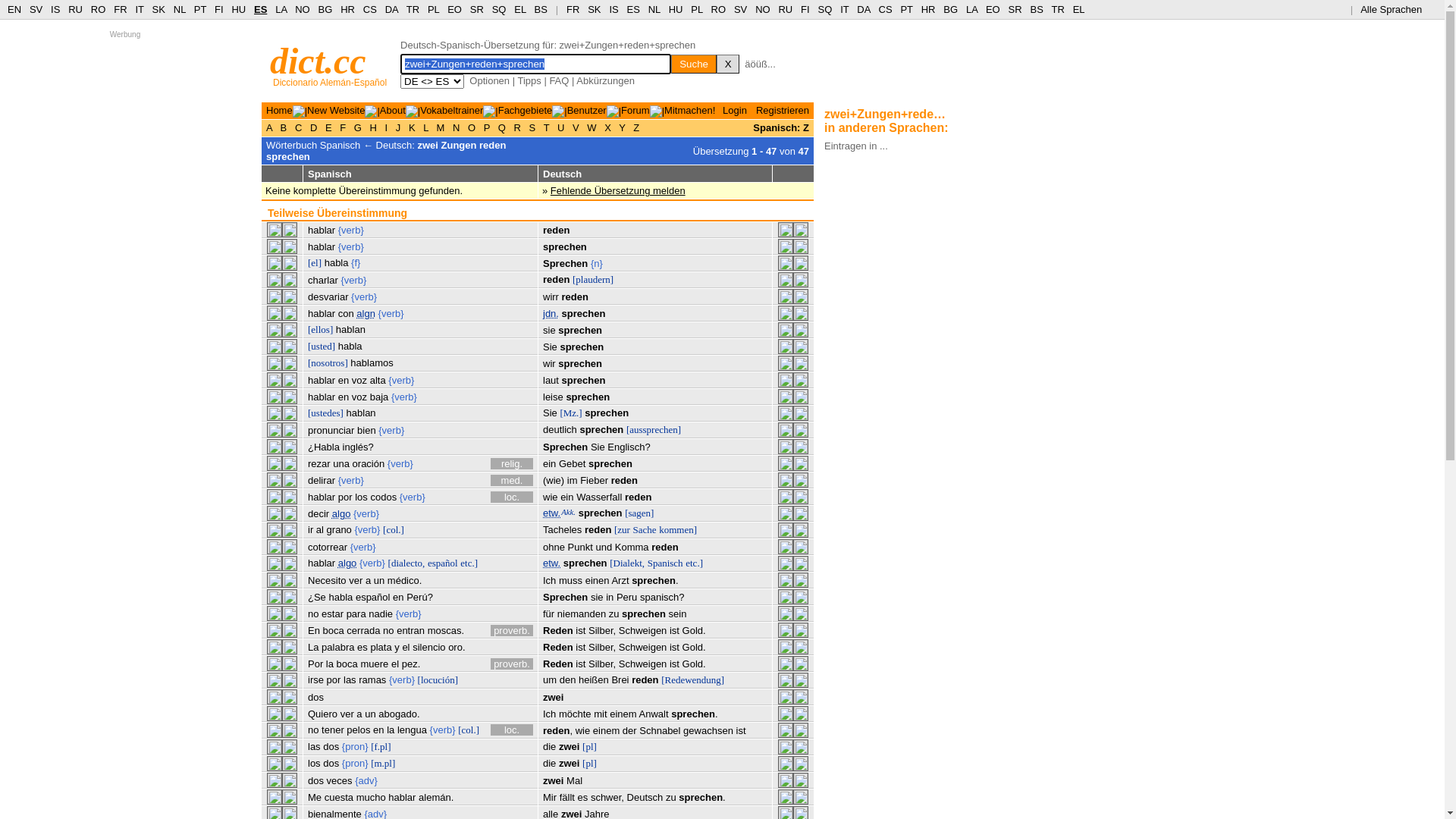 Image resolution: width=1456 pixels, height=819 pixels. I want to click on 'cuesta', so click(337, 796).